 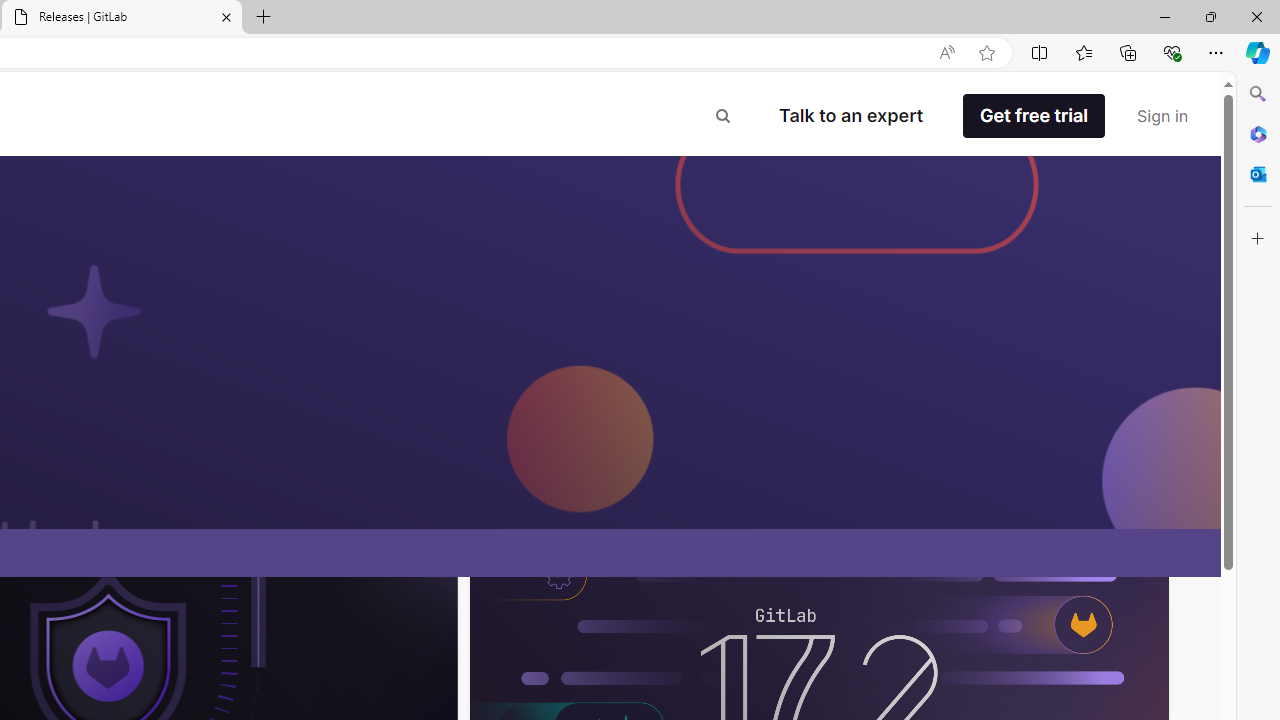 What do you see at coordinates (1033, 116) in the screenshot?
I see `'Get free trial'` at bounding box center [1033, 116].